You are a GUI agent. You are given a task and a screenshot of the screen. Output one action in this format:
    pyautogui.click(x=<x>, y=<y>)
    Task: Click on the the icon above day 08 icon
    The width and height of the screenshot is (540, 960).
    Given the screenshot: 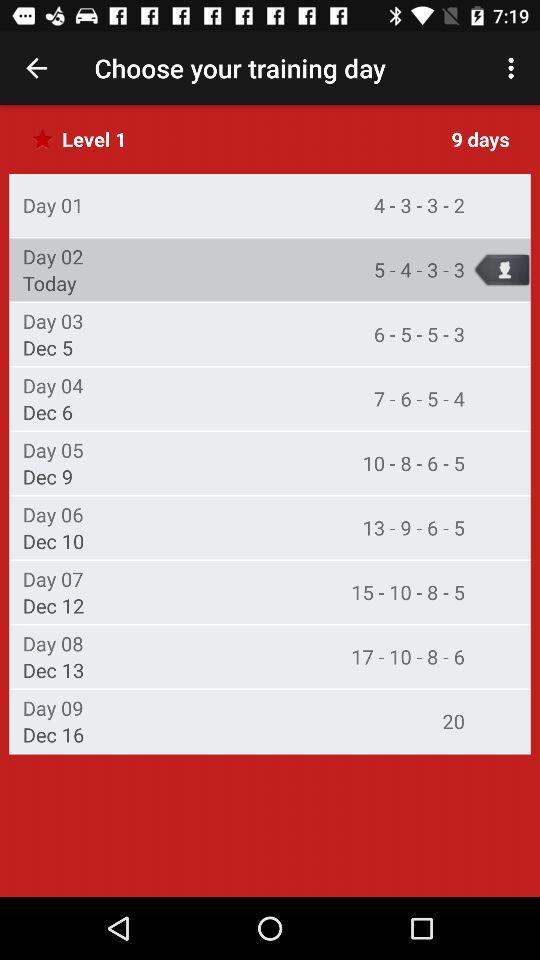 What is the action you would take?
    pyautogui.click(x=53, y=604)
    